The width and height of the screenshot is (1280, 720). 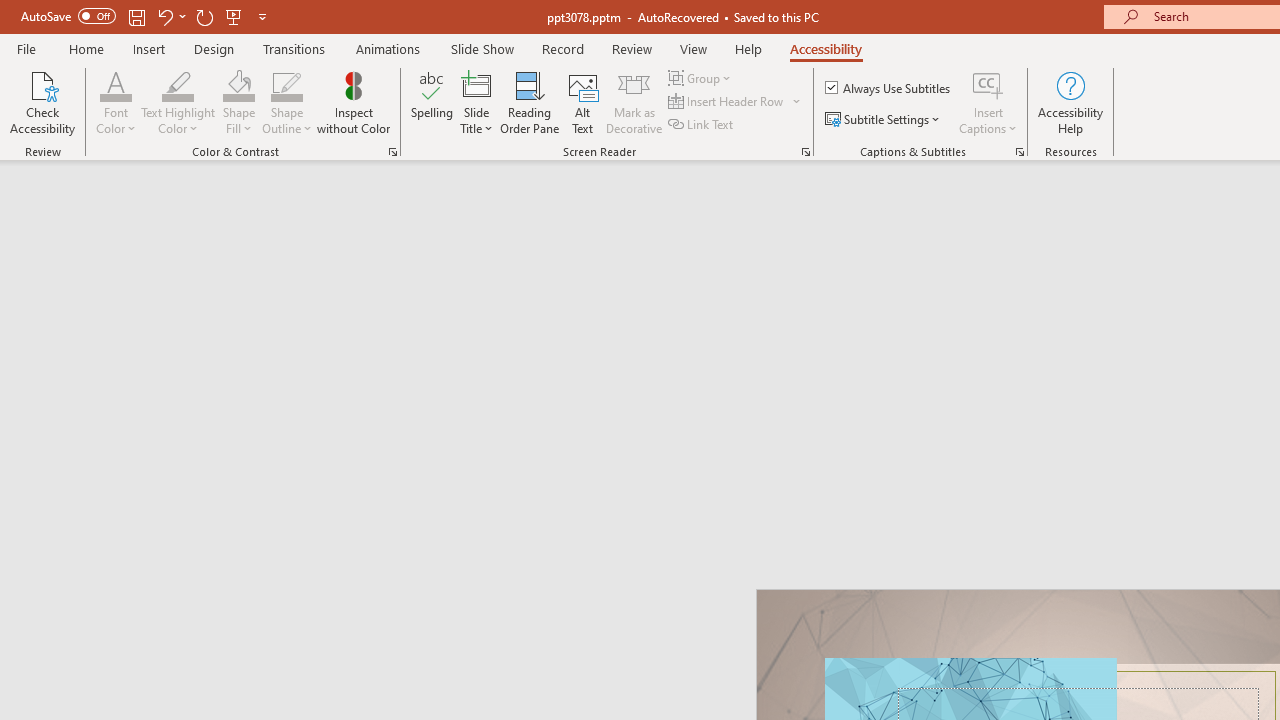 What do you see at coordinates (286, 84) in the screenshot?
I see `'Shape Outline'` at bounding box center [286, 84].